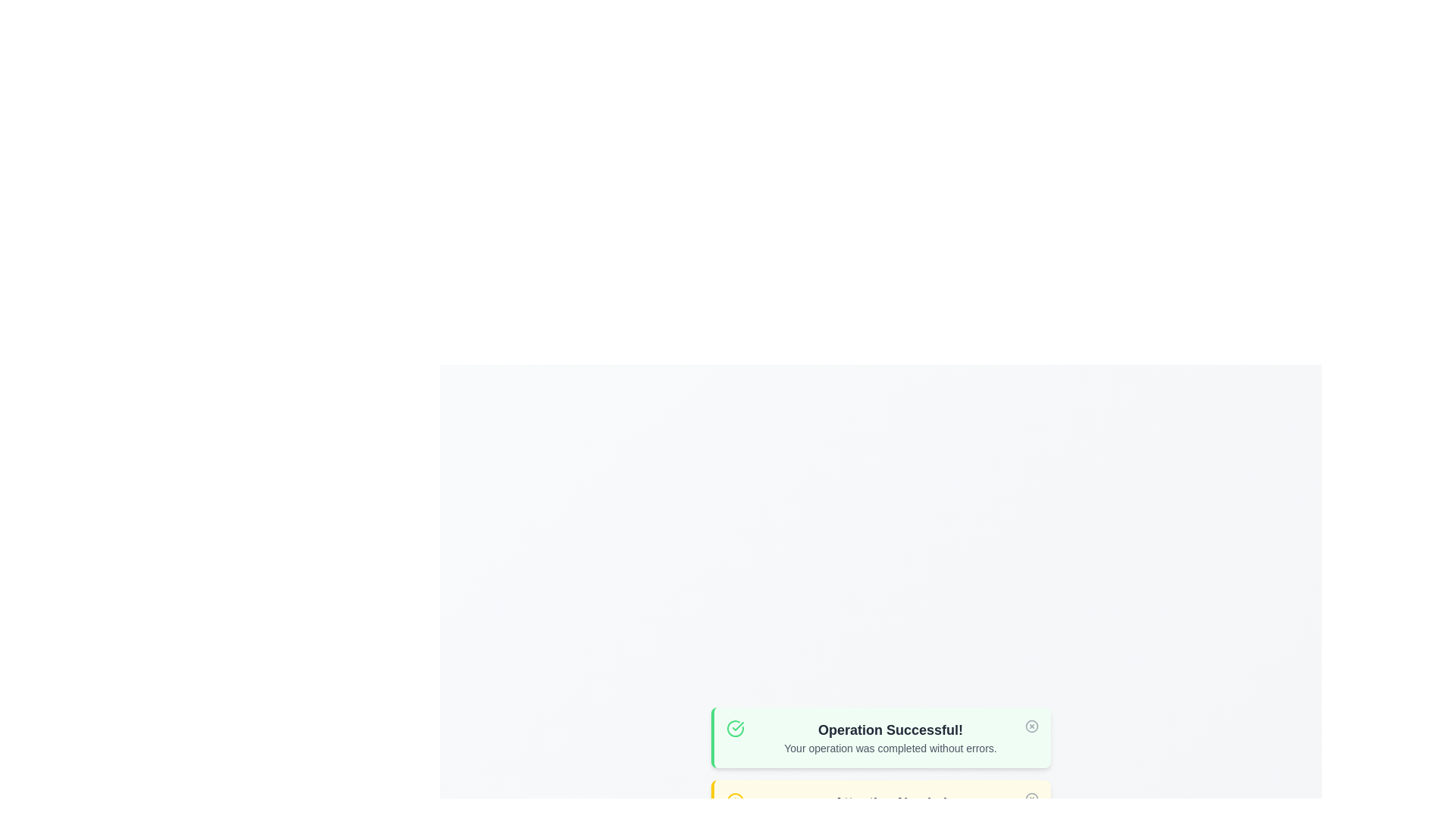  What do you see at coordinates (890, 730) in the screenshot?
I see `the alert's title by clicking on its center` at bounding box center [890, 730].